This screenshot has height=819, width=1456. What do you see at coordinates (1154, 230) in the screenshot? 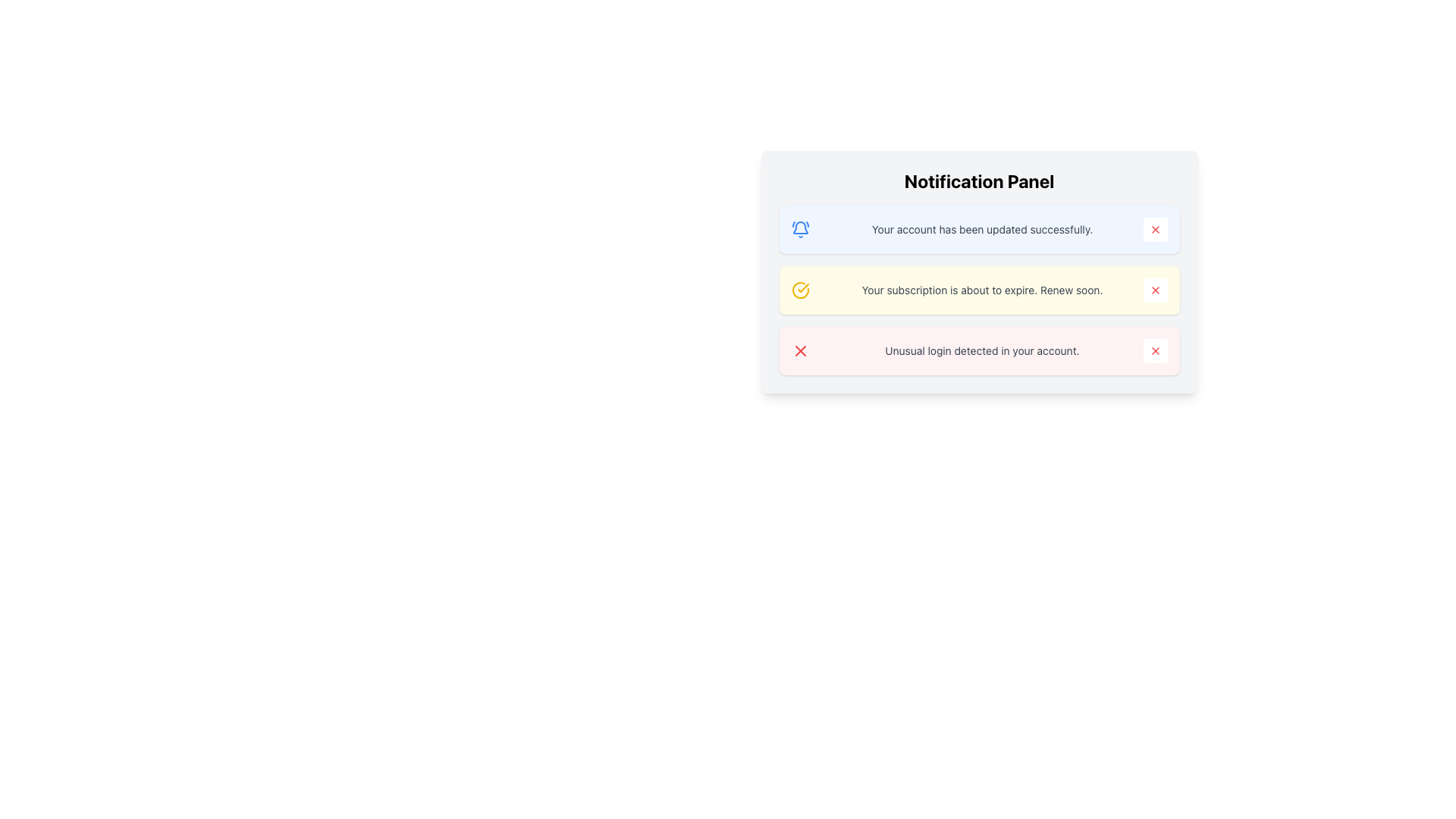
I see `the Close button (red 'X' icon) located at the top-right corner of the first notification entry with the message 'Your account has been updated successfully'` at bounding box center [1154, 230].